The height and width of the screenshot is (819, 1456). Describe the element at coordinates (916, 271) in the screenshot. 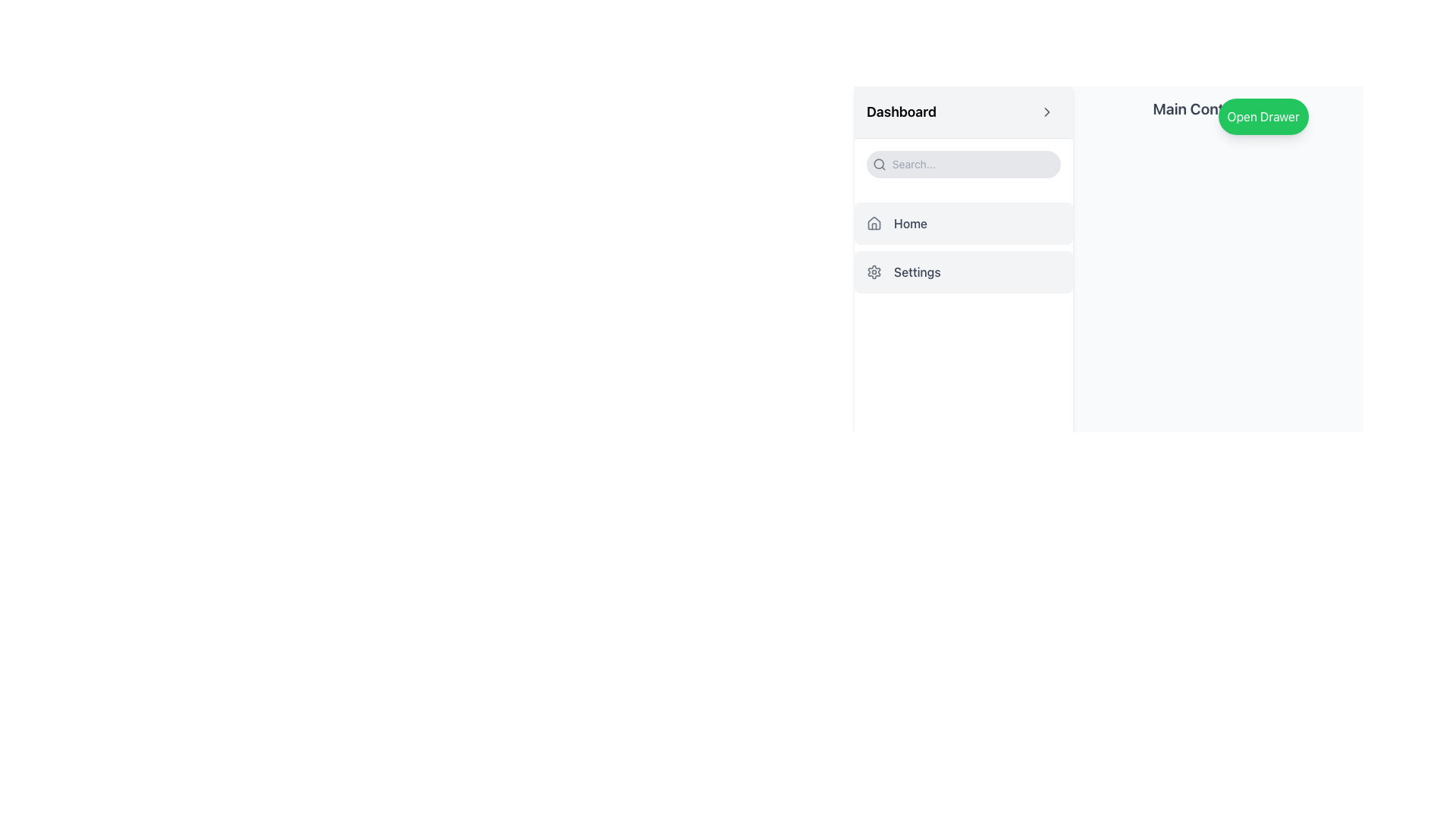

I see `the 'Settings' text label in the sidebar menu` at that location.